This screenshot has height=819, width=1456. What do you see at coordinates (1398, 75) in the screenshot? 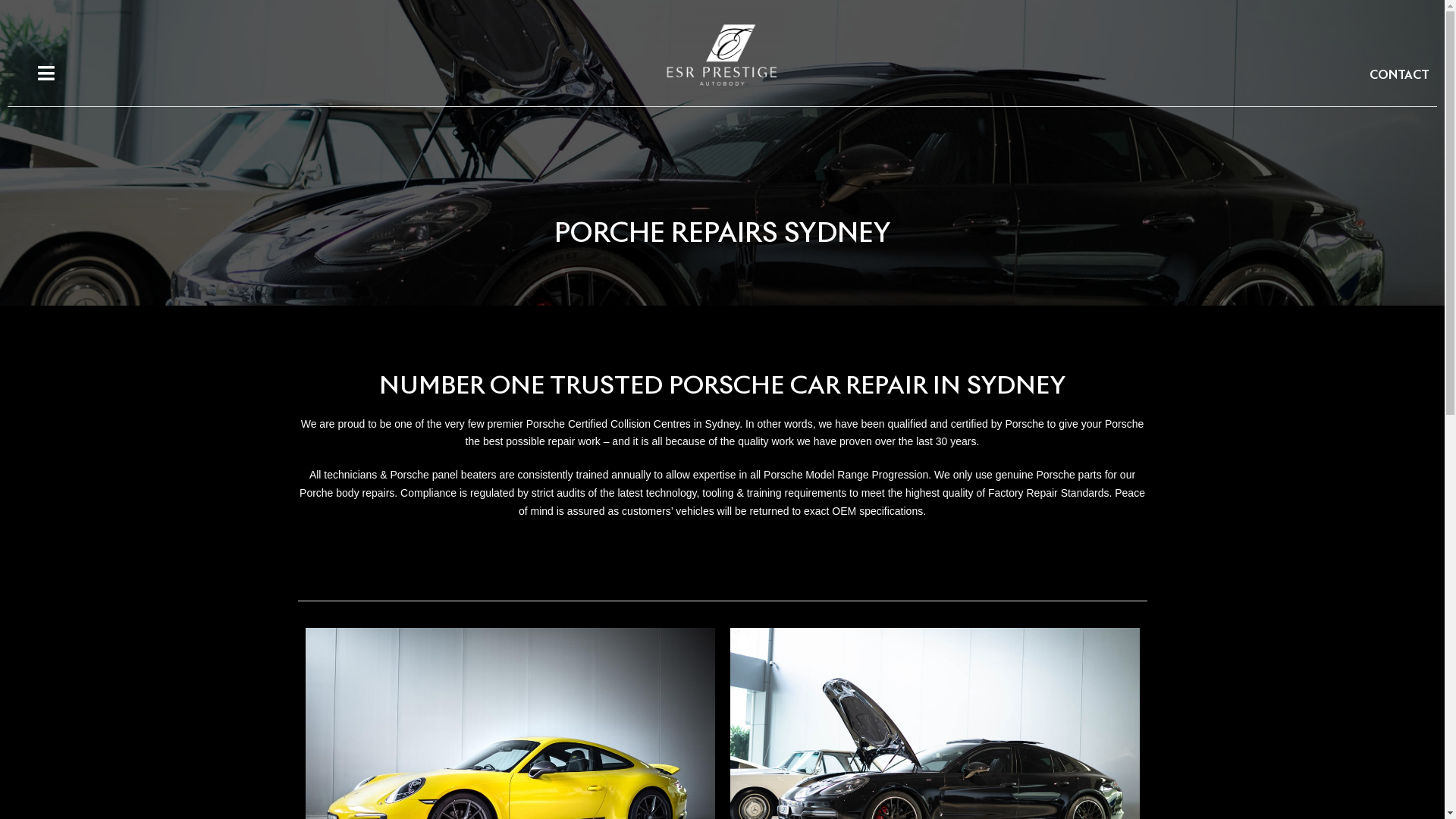
I see `'CONTACT'` at bounding box center [1398, 75].